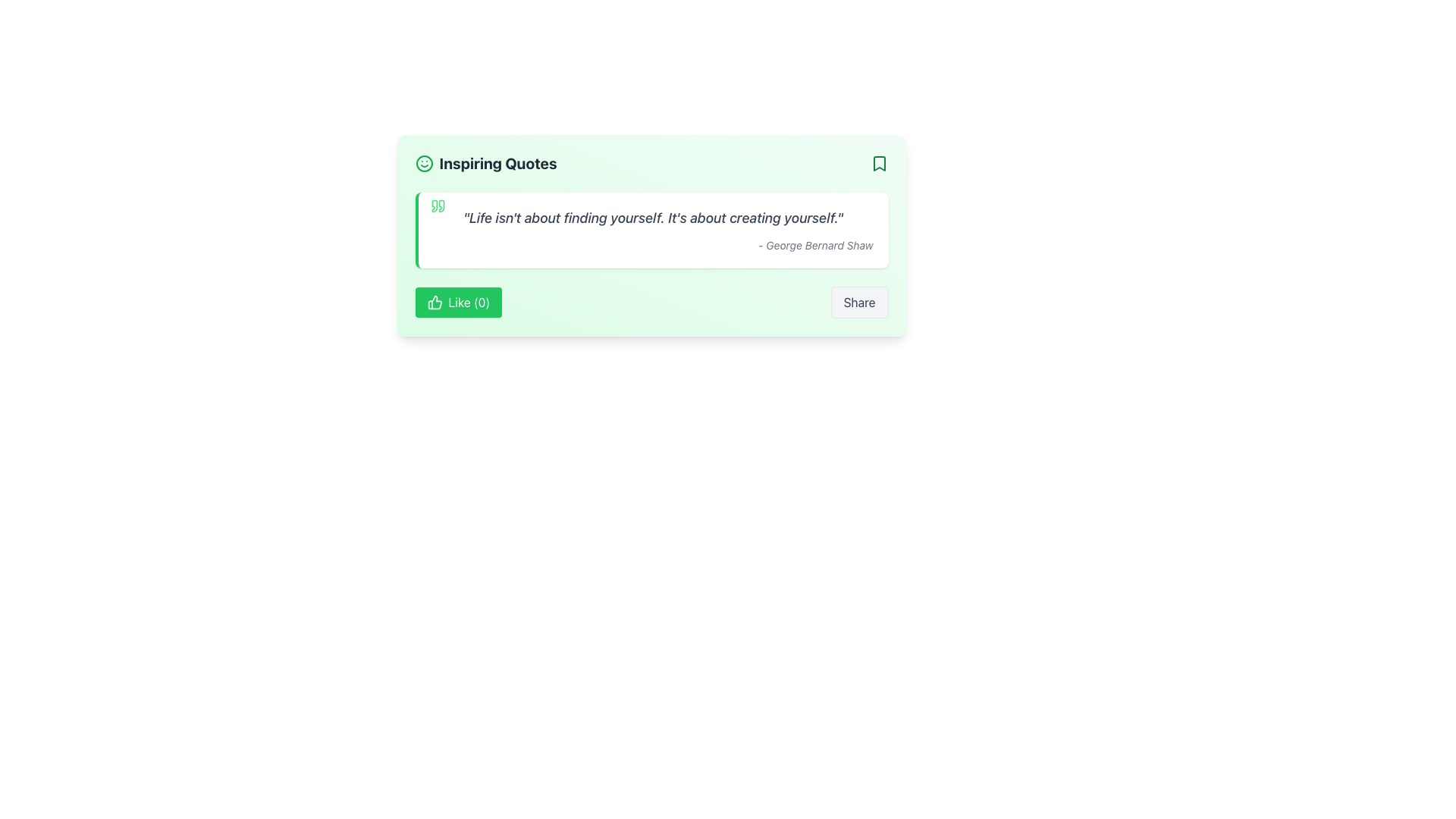 The width and height of the screenshot is (1456, 819). I want to click on the green rounded rectangle button labeled 'Like (0)' that contains the thumbs-up icon, located at the bottom-left corner of the card, so click(434, 302).